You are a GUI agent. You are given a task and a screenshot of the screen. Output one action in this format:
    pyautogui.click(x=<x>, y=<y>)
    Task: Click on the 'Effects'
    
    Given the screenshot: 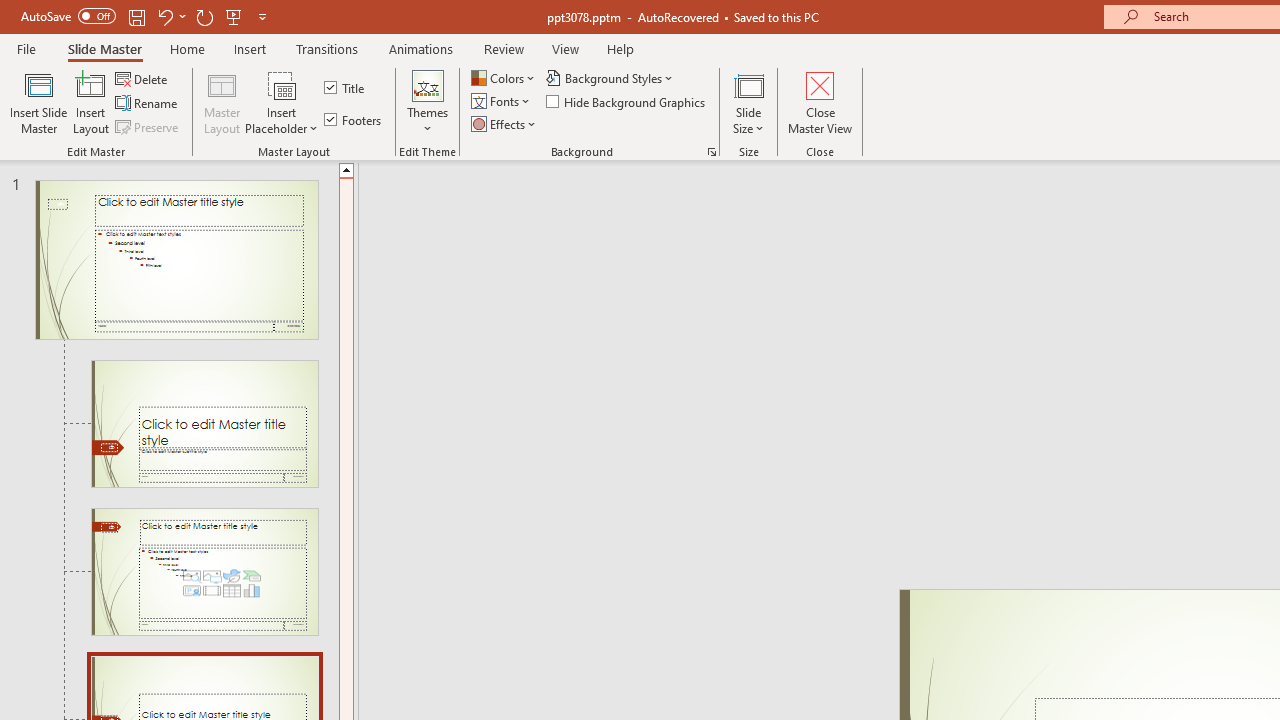 What is the action you would take?
    pyautogui.click(x=505, y=124)
    